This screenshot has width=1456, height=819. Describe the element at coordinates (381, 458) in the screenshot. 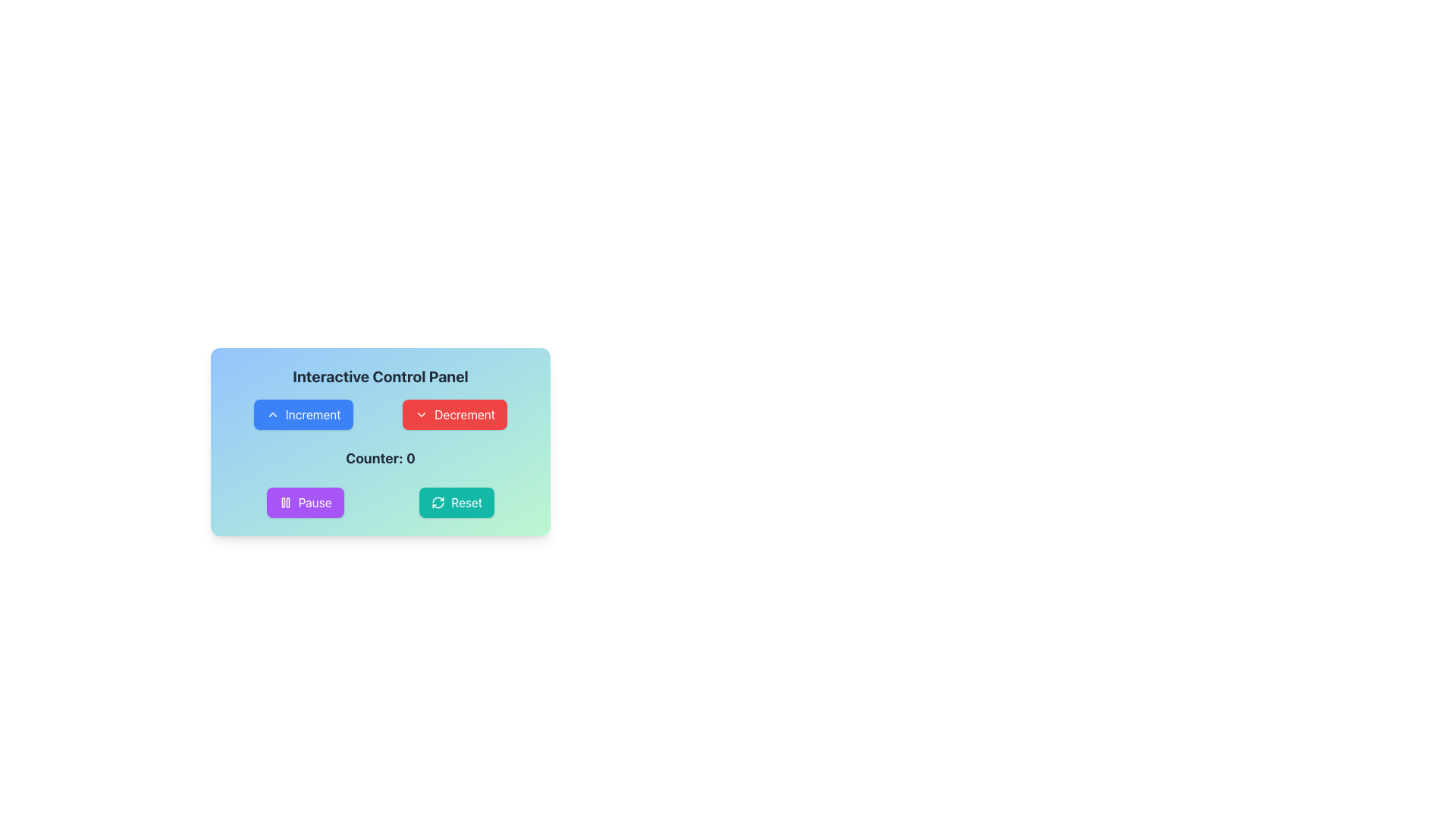

I see `the Static Text Label that displays the current counter value, located centrally below the Increment and Decrement buttons and above the Pause and Reset buttons` at that location.